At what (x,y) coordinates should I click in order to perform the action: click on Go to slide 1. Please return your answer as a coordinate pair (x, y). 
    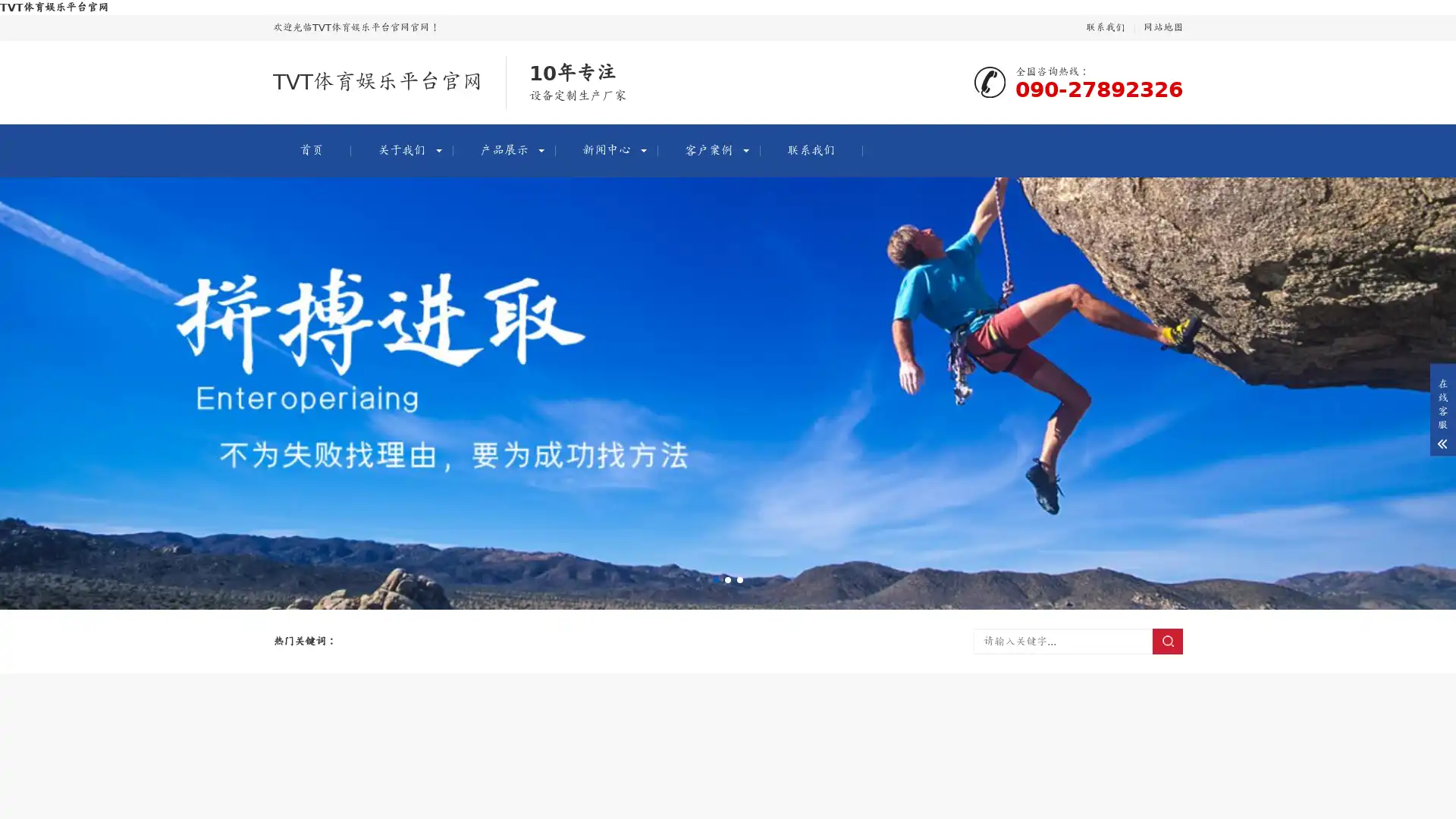
    Looking at the image, I should click on (715, 579).